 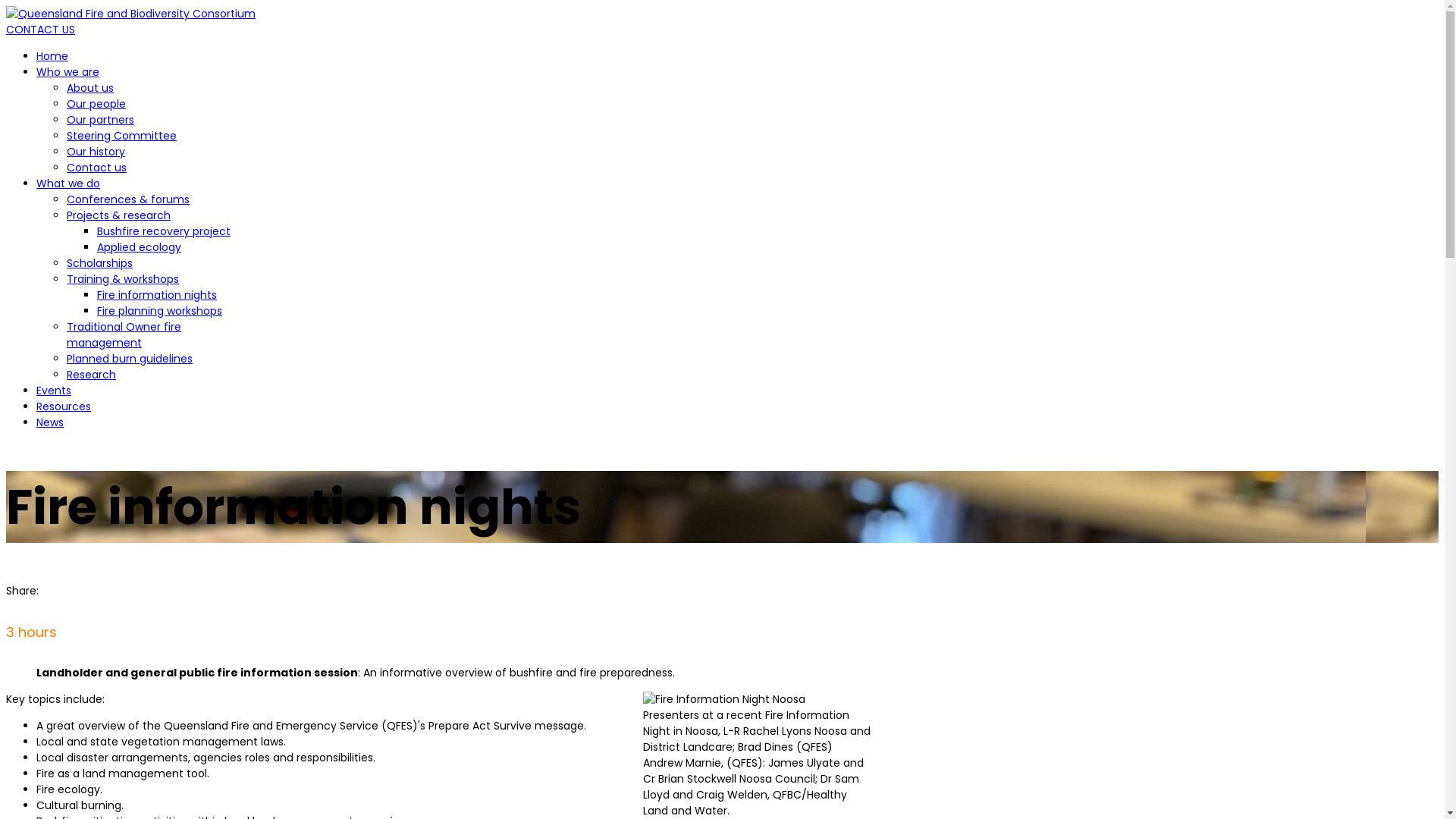 I want to click on 'Conferences & forums', so click(x=127, y=198).